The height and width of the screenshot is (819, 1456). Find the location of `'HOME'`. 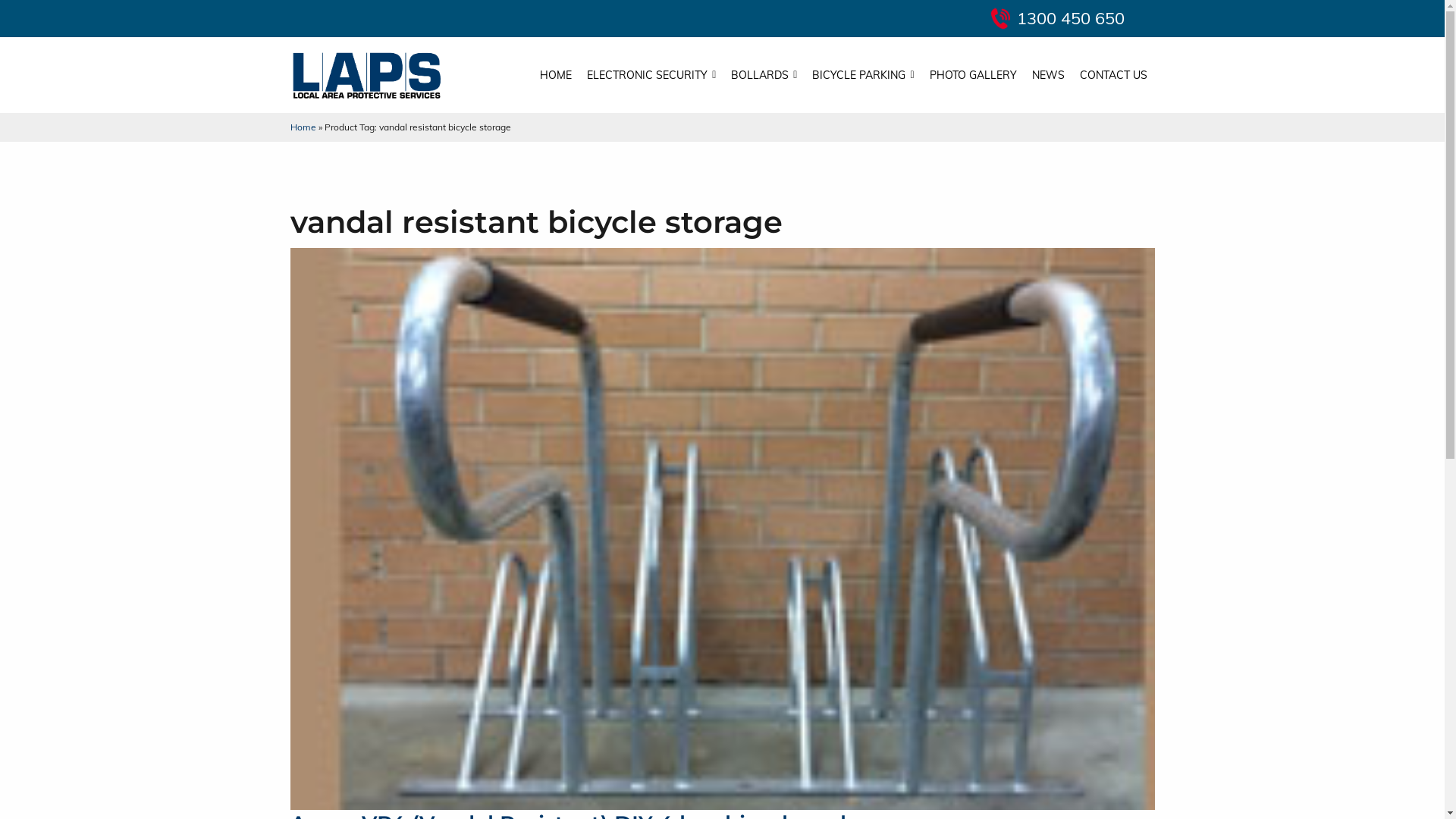

'HOME' is located at coordinates (555, 75).